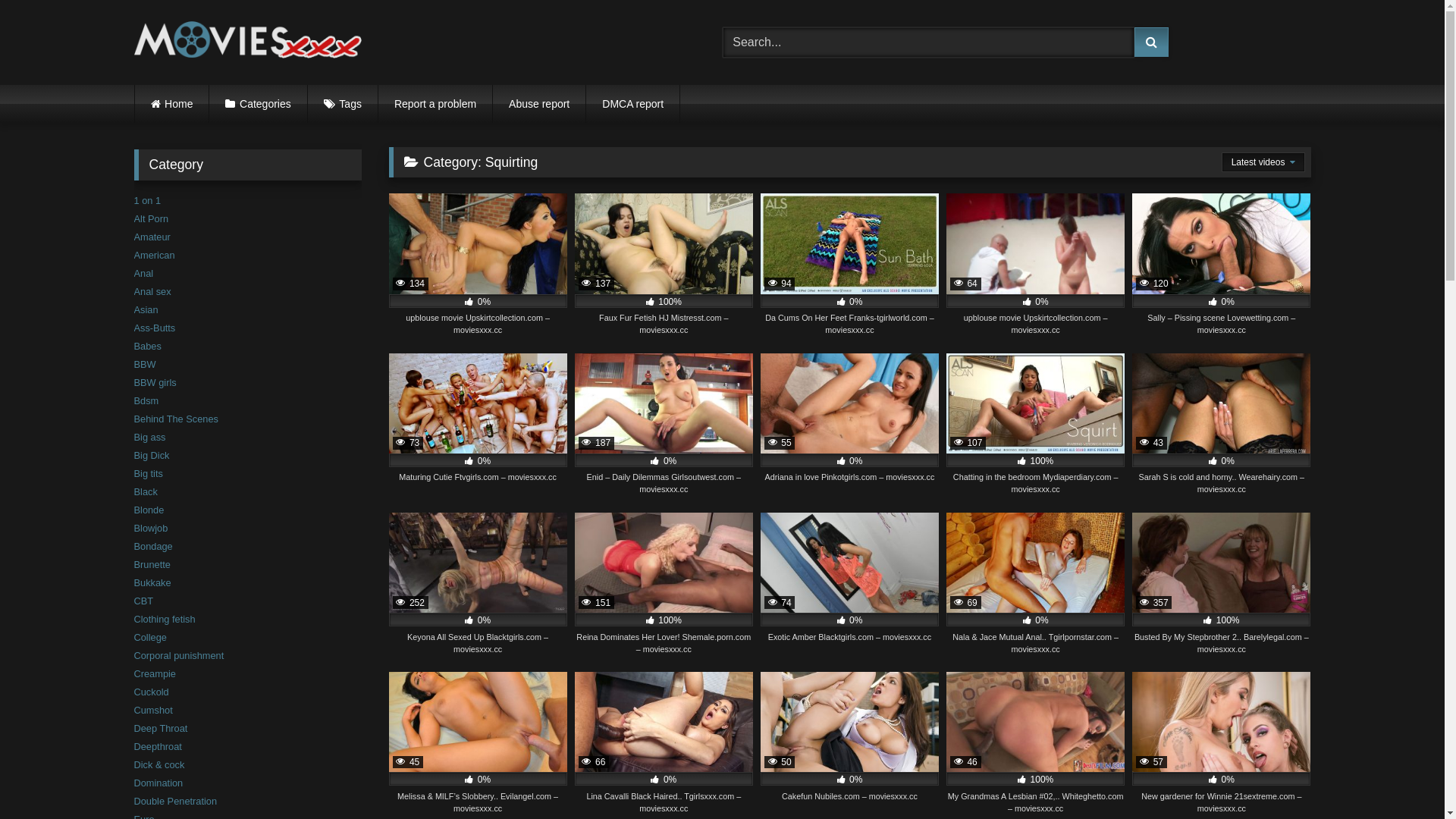 Image resolution: width=1456 pixels, height=819 pixels. What do you see at coordinates (133, 600) in the screenshot?
I see `'CBT'` at bounding box center [133, 600].